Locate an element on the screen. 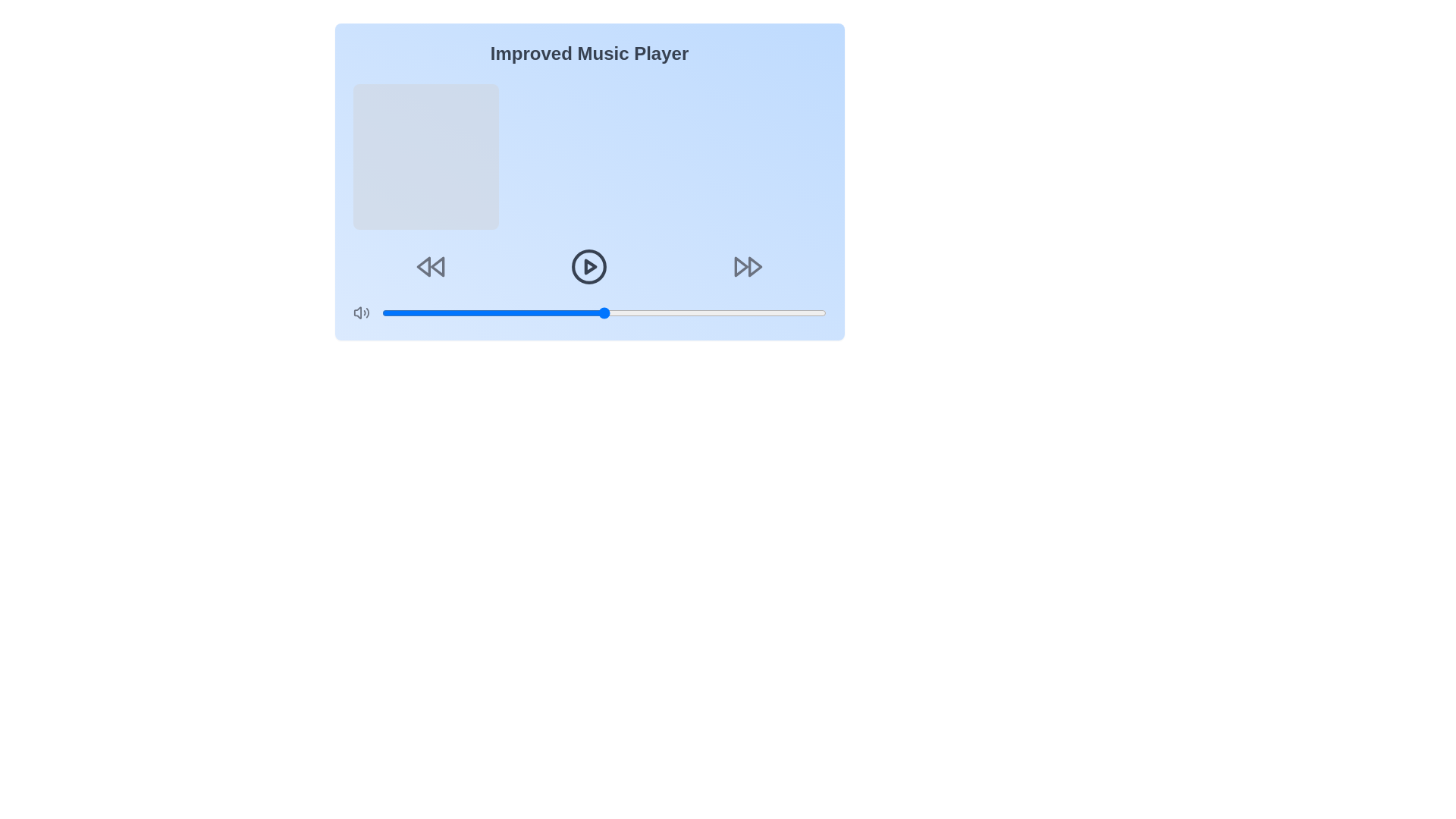 The width and height of the screenshot is (1456, 819). the slider value is located at coordinates (447, 312).